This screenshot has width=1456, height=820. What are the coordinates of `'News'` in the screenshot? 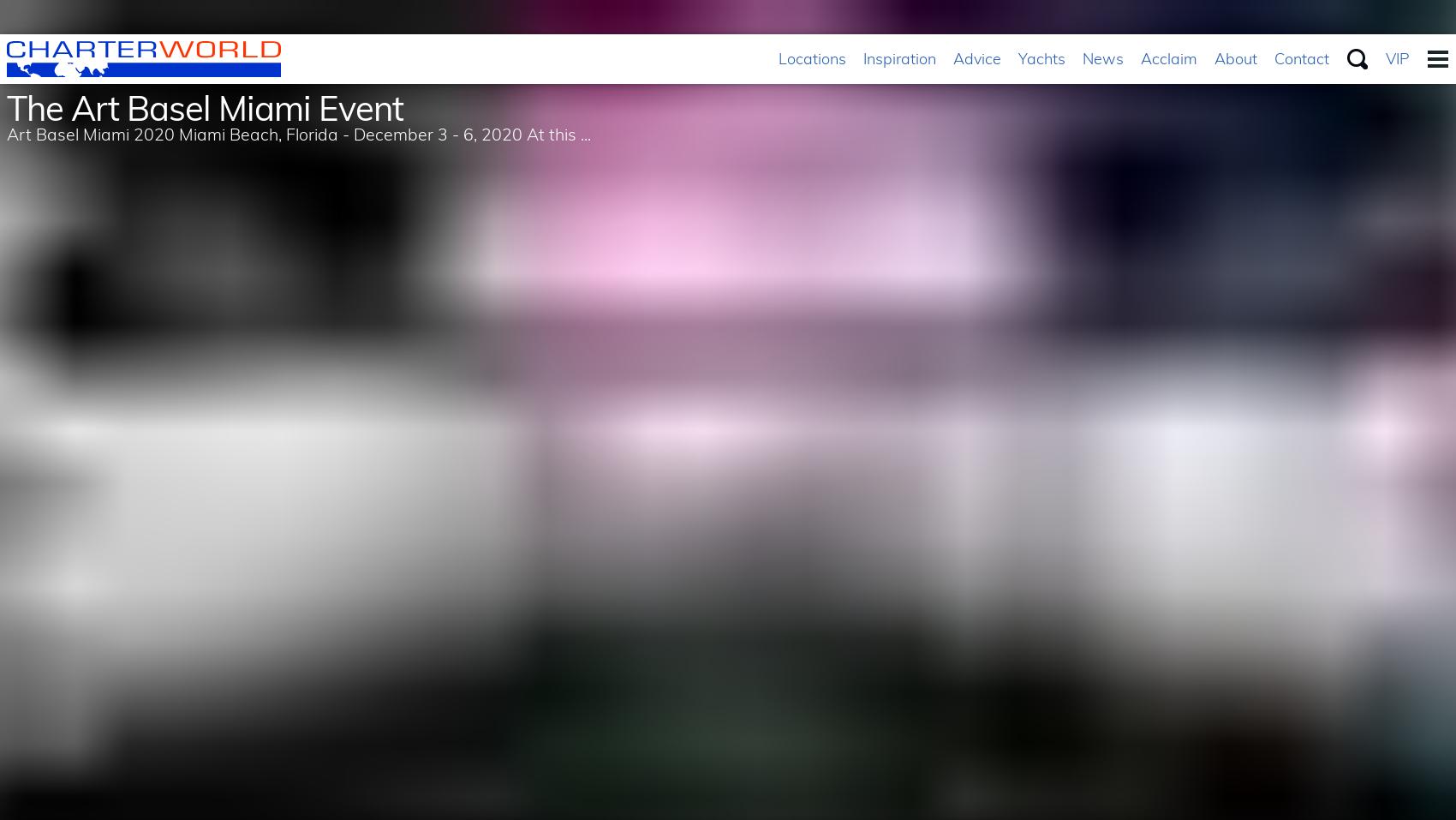 It's located at (1102, 57).